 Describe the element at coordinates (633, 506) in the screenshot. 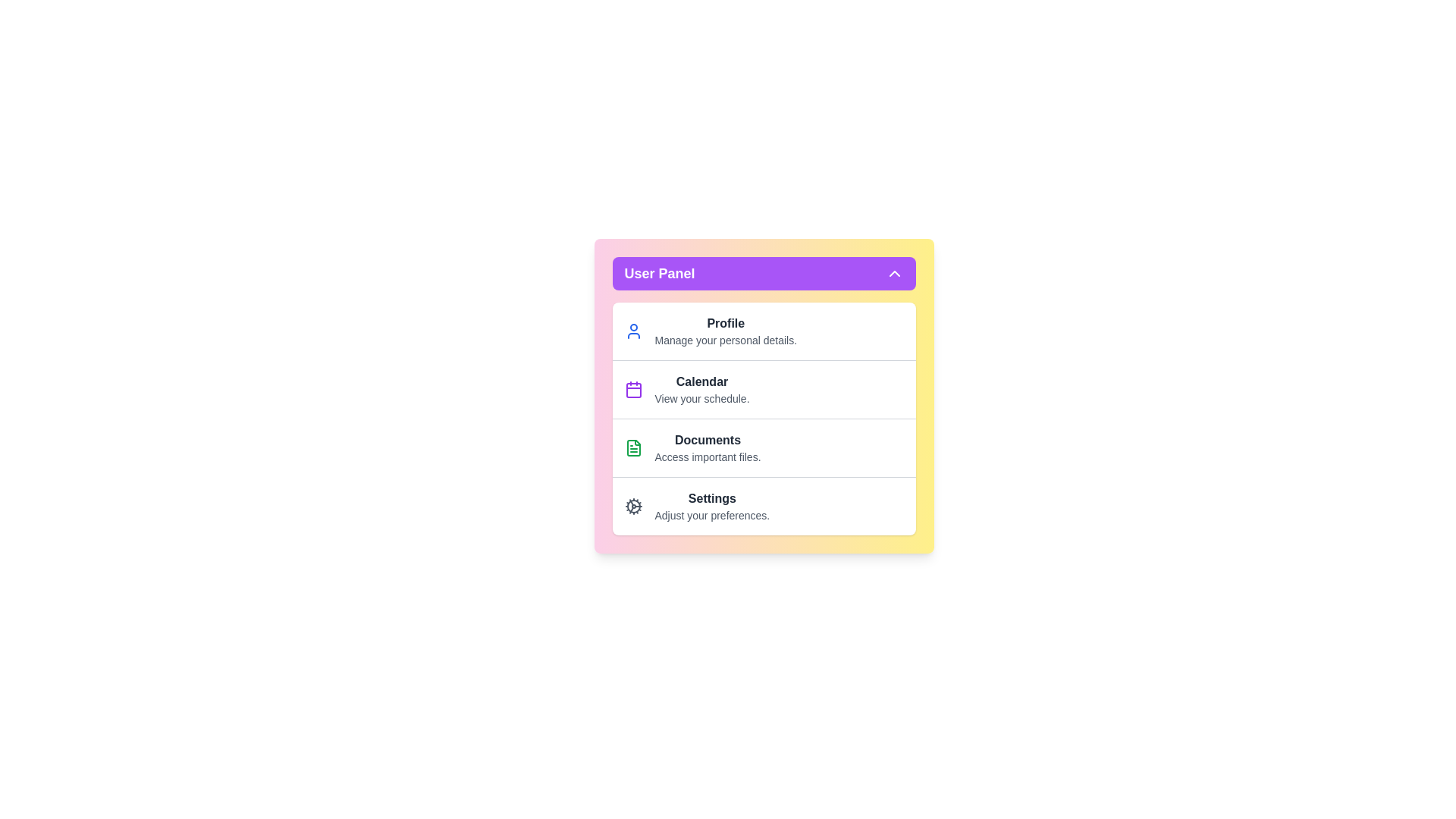

I see `the settings icon located at the left side of the row labeled 'Settings Adjust your preferences' in the 'User Panel' interface to initiate an action` at that location.